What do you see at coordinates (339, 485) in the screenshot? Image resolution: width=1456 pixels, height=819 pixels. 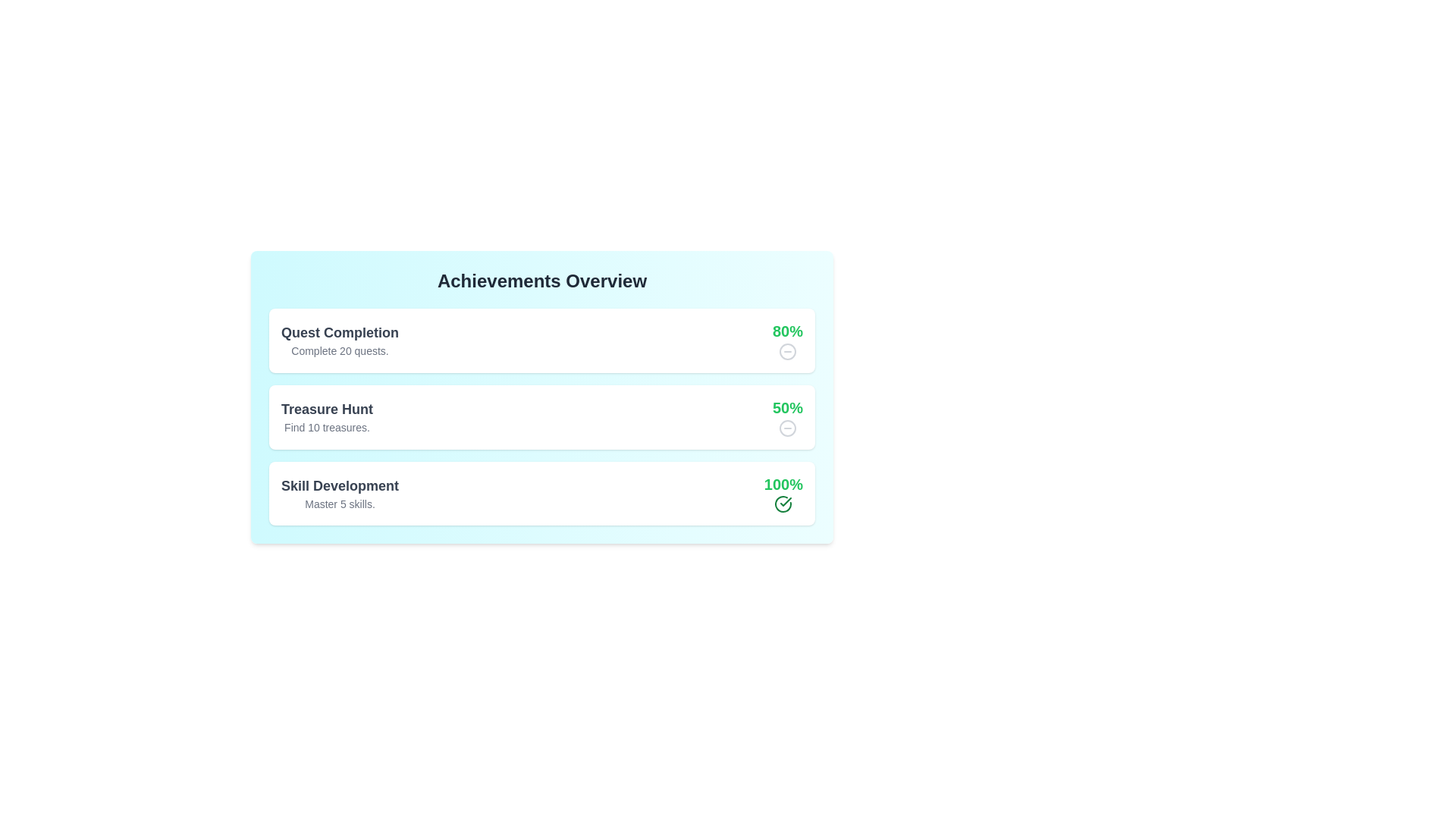 I see `the 'Skill Development' heading in the third card under 'Achievements Overview'` at bounding box center [339, 485].